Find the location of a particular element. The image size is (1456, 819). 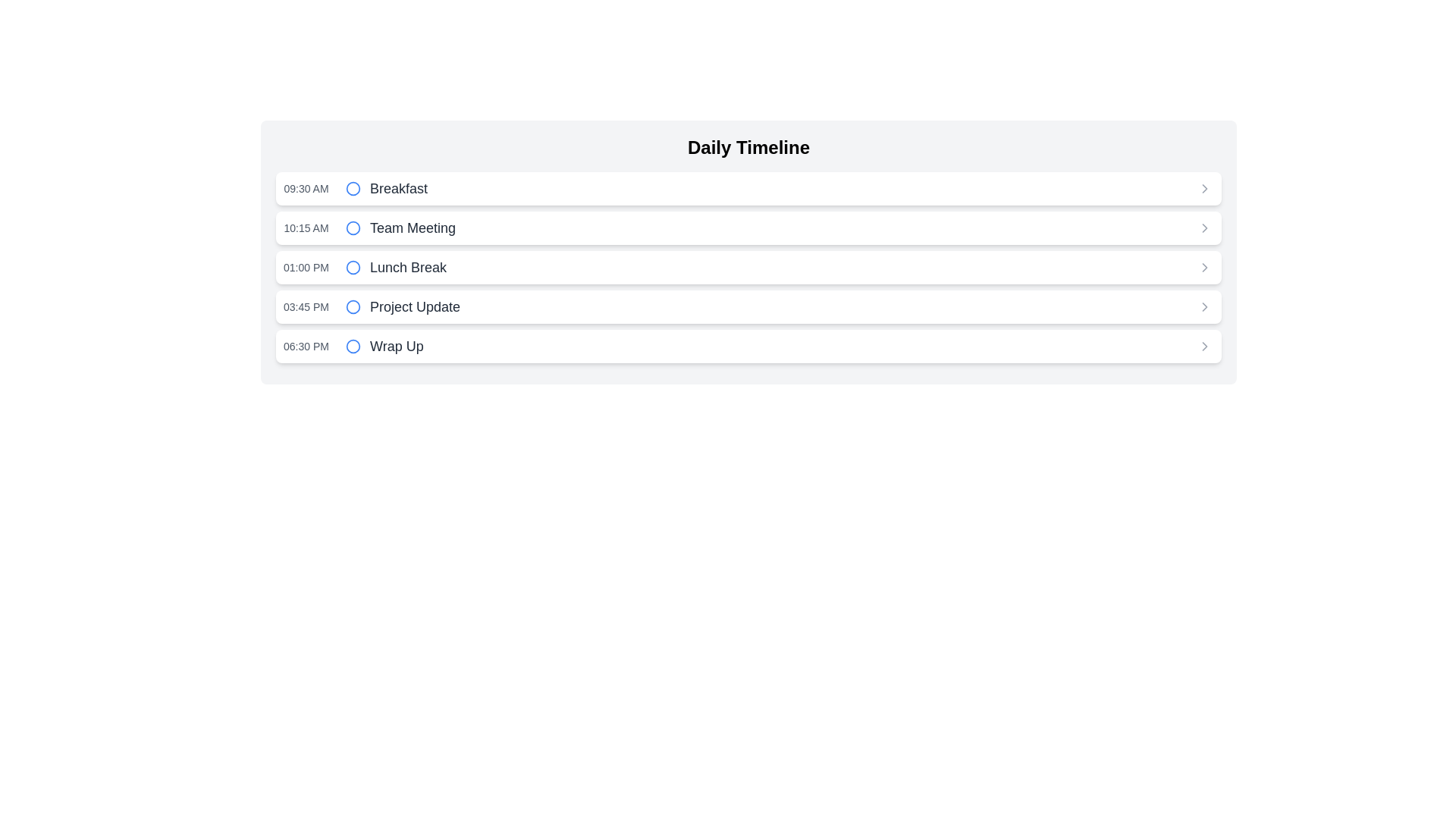

the text label that describes the event name for the timeline entry at 01:00 PM, located to the right of the circular blue icon is located at coordinates (408, 267).